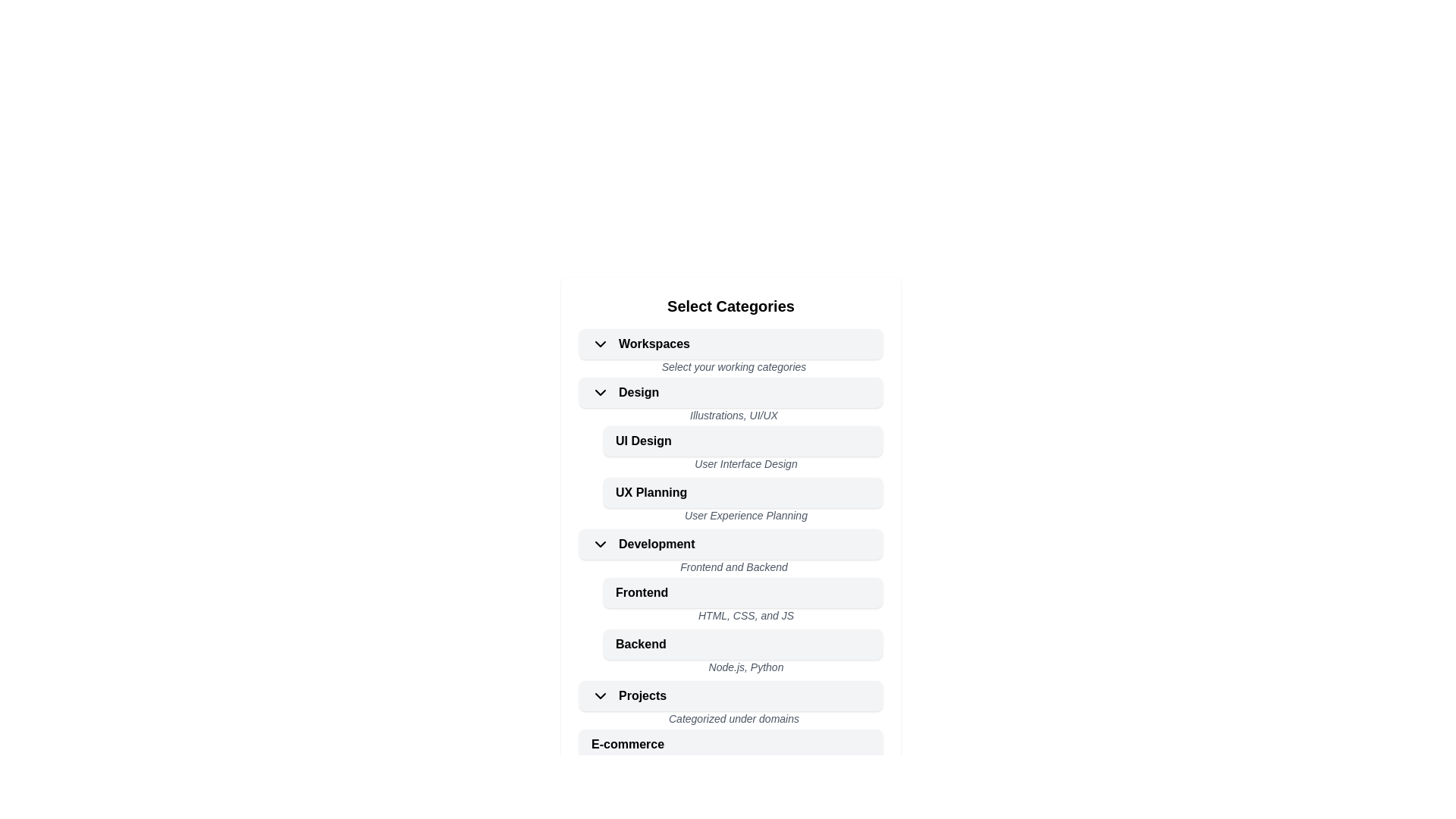  Describe the element at coordinates (642, 592) in the screenshot. I see `the 'Frontend' label in the 'Development' subsection of the selection menu, located in the middle-left column above the 'Backend' category` at that location.